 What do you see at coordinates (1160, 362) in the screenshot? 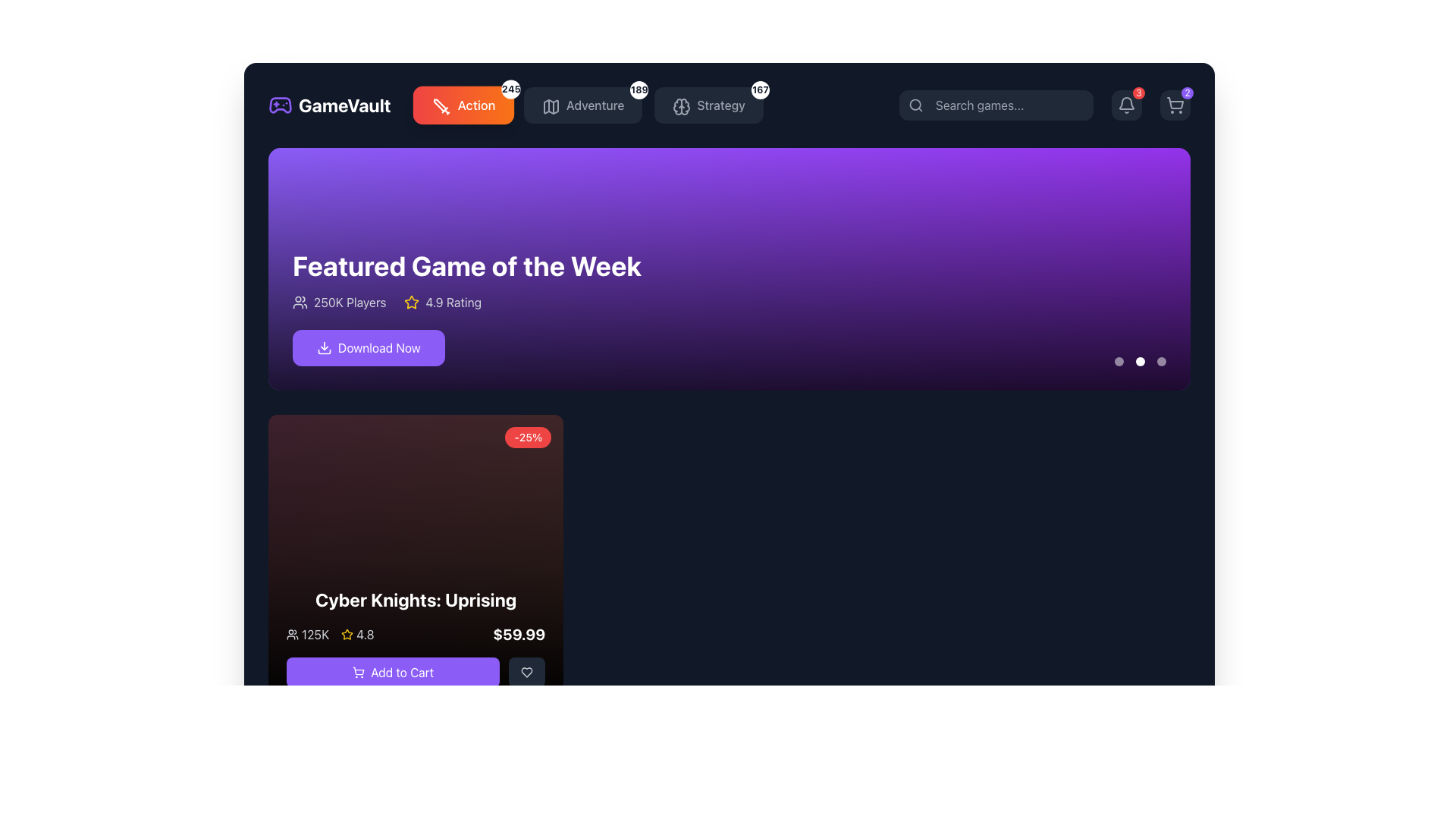
I see `the third circular indicator dot located in the bottom right corner of the purple section, which serves as a visual indicator for the third state in a carousel` at bounding box center [1160, 362].